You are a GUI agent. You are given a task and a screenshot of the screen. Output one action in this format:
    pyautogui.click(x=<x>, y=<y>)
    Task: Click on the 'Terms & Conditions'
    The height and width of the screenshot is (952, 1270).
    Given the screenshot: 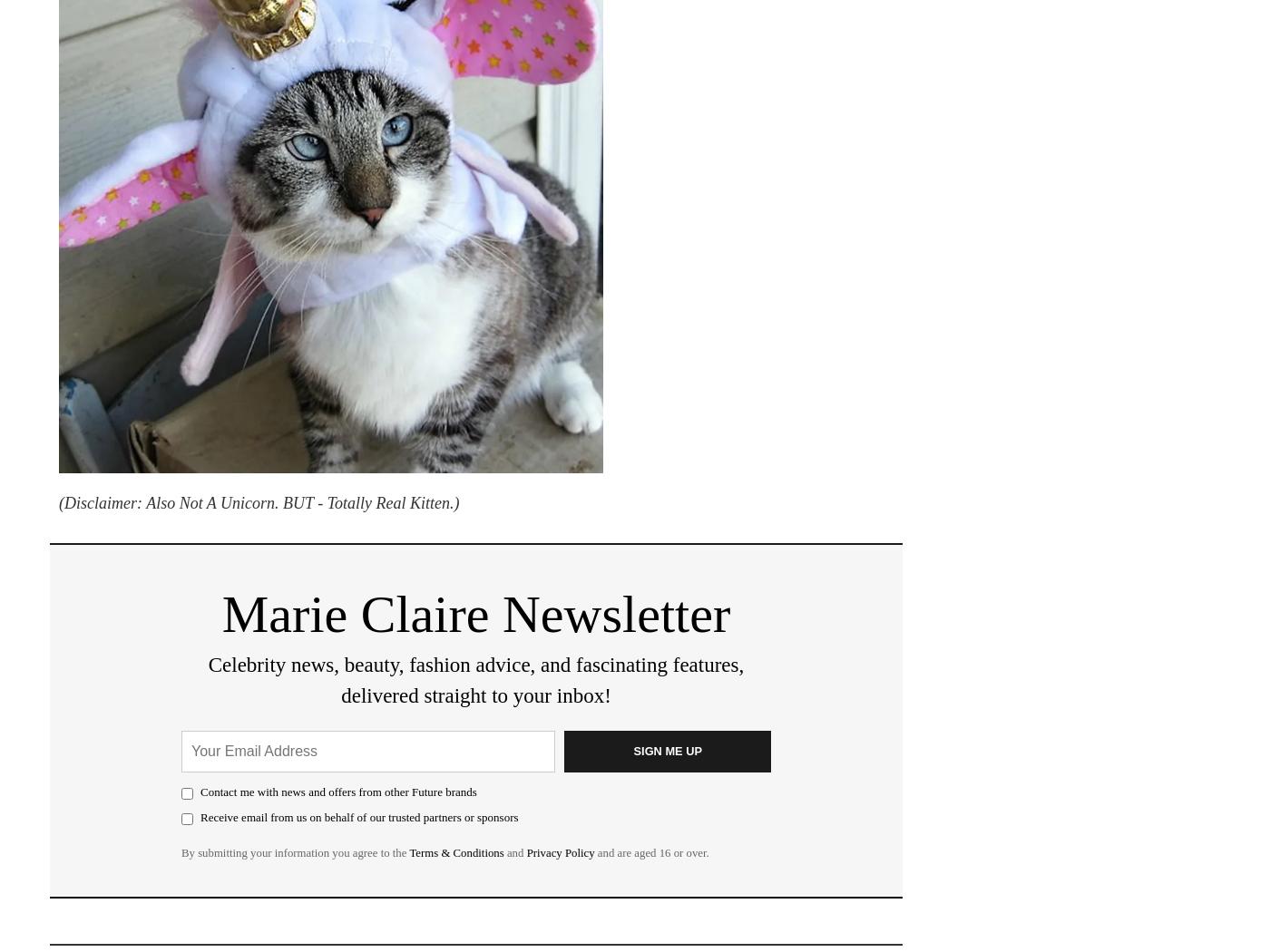 What is the action you would take?
    pyautogui.click(x=455, y=850)
    